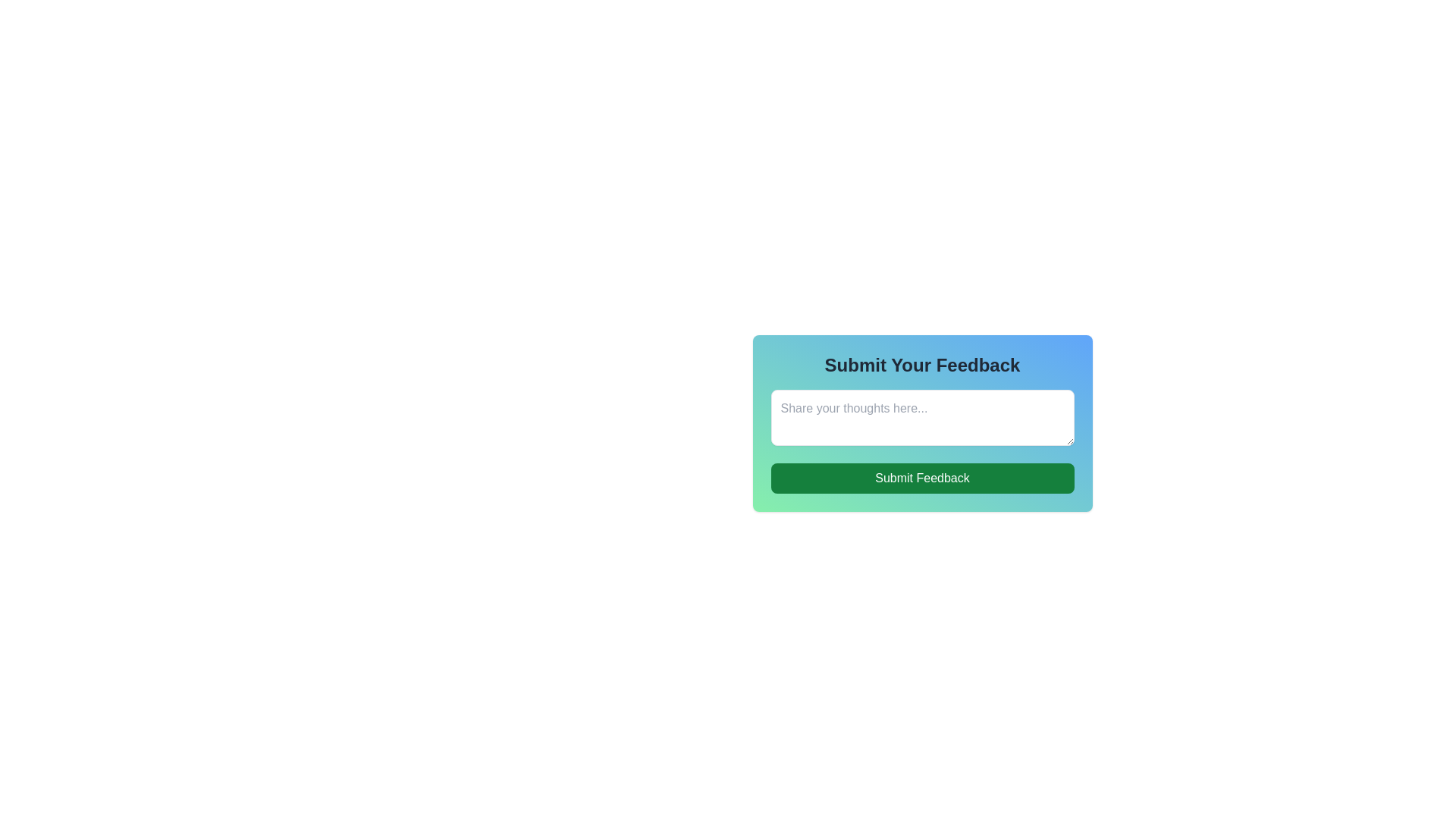 Image resolution: width=1456 pixels, height=819 pixels. What do you see at coordinates (921, 418) in the screenshot?
I see `the text input field located below the 'Submit Your Feedback' header and above the 'Submit Feedback' button` at bounding box center [921, 418].